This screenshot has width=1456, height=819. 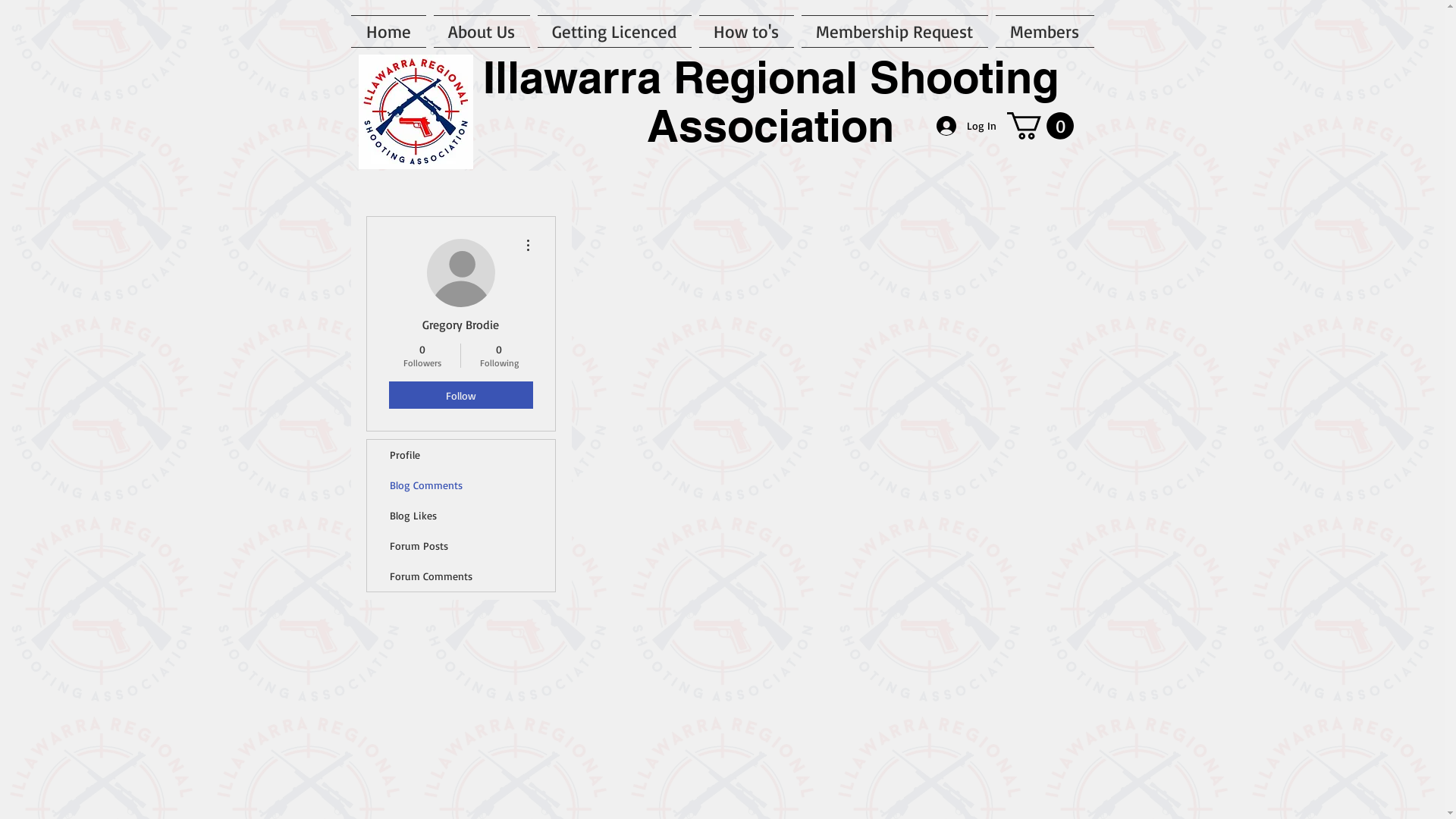 I want to click on 'Profile', so click(x=460, y=454).